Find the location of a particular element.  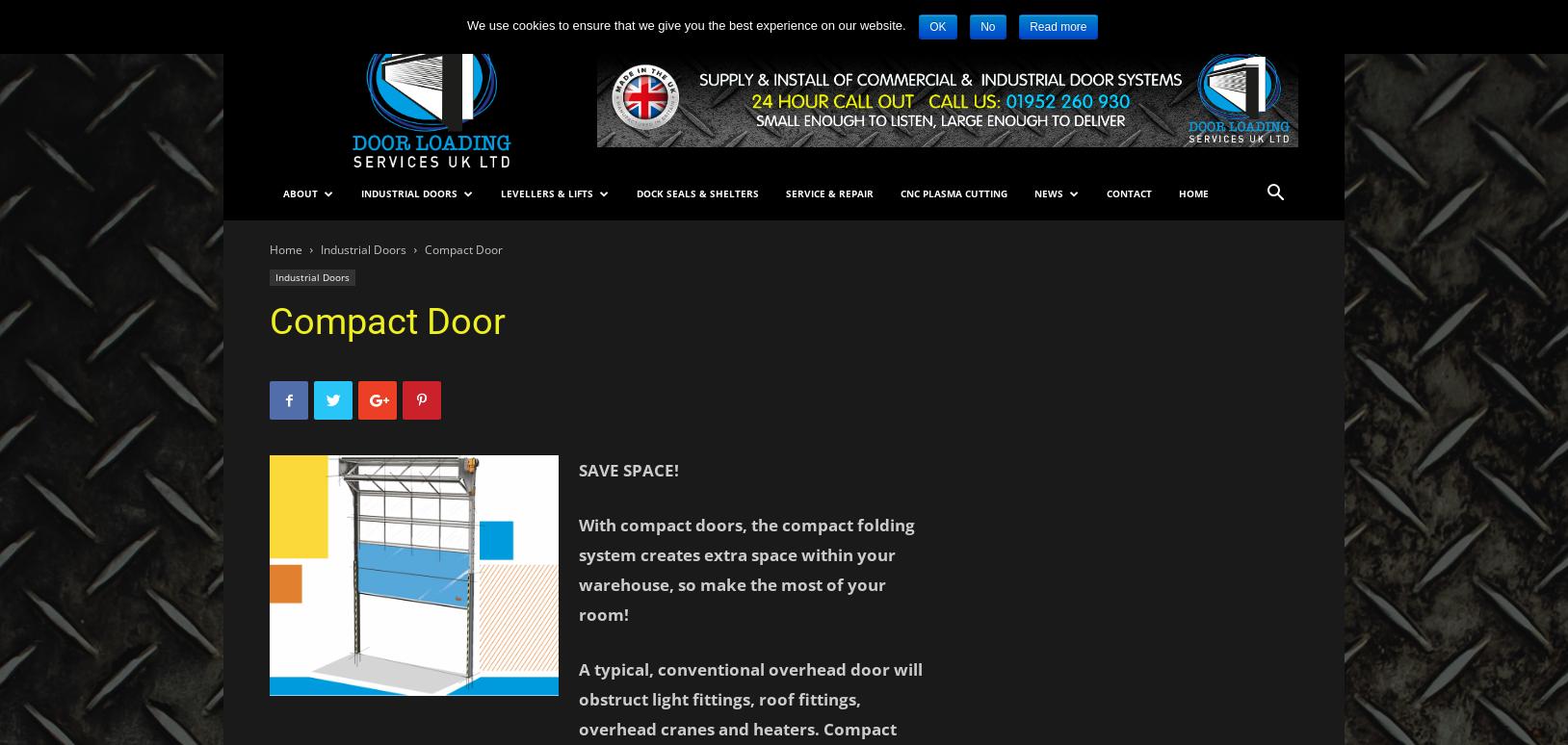

'A typical, conventional overhead door will obstruct light fittings, roof fittings, overhead cranes and heaters.' is located at coordinates (750, 699).